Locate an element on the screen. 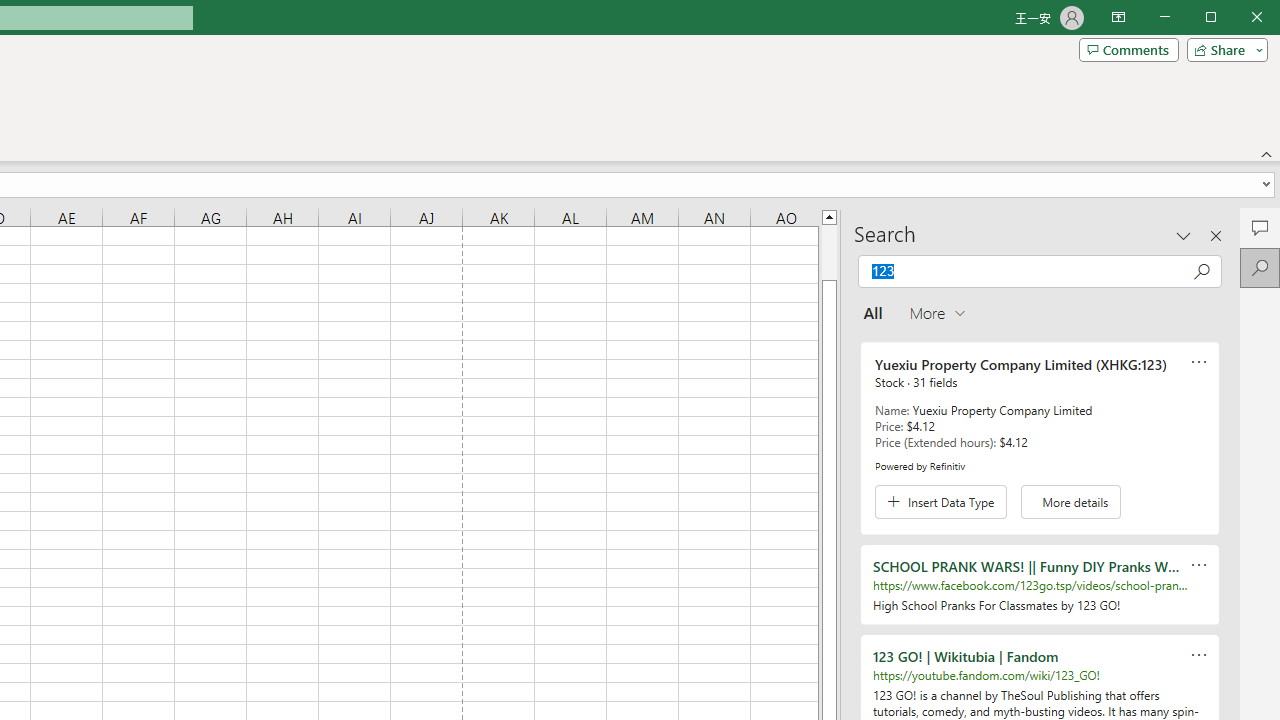  'Close' is located at coordinates (1261, 19).